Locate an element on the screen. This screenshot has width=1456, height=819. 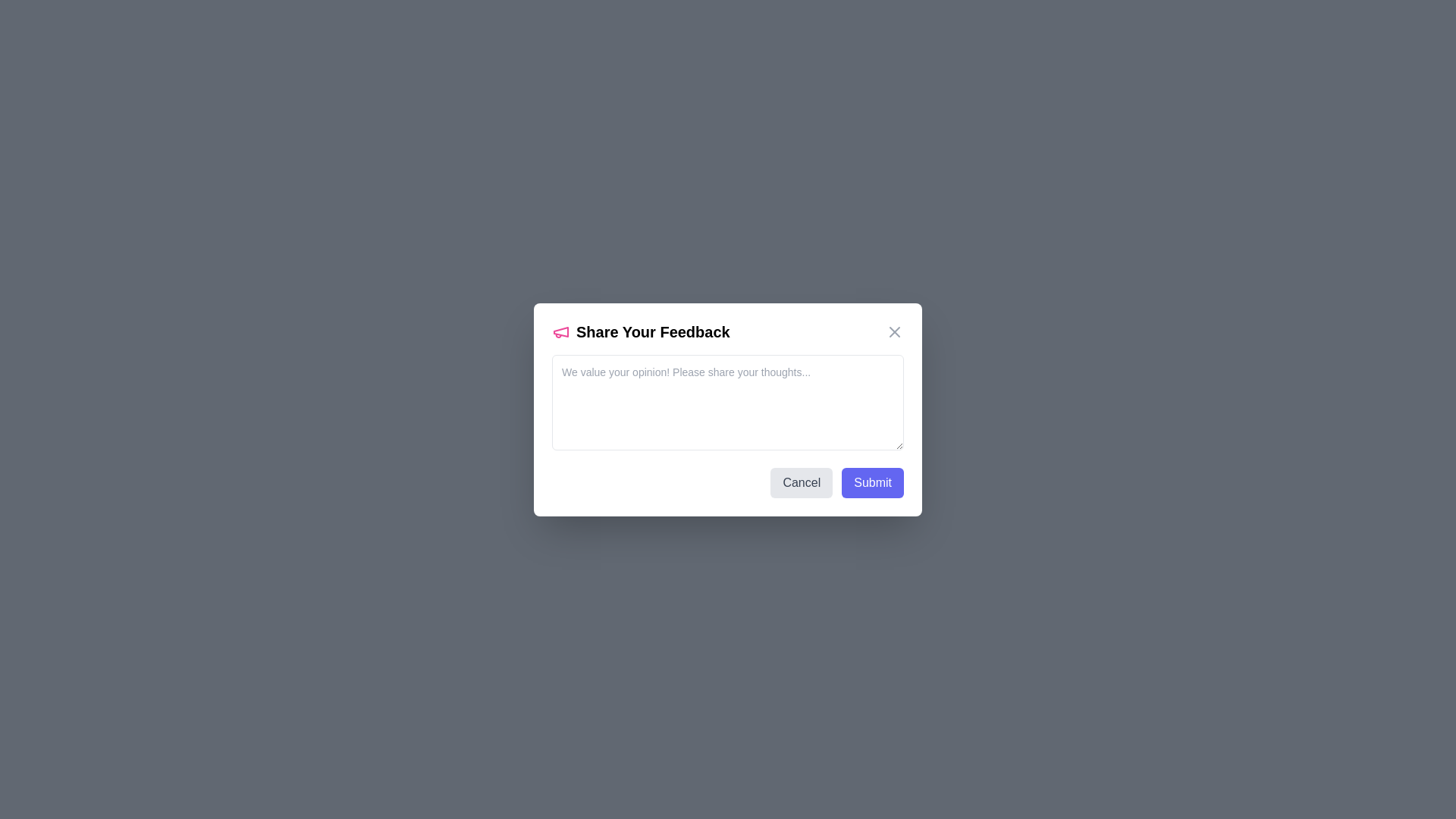
the 'Submit' button to submit the feedback is located at coordinates (873, 482).